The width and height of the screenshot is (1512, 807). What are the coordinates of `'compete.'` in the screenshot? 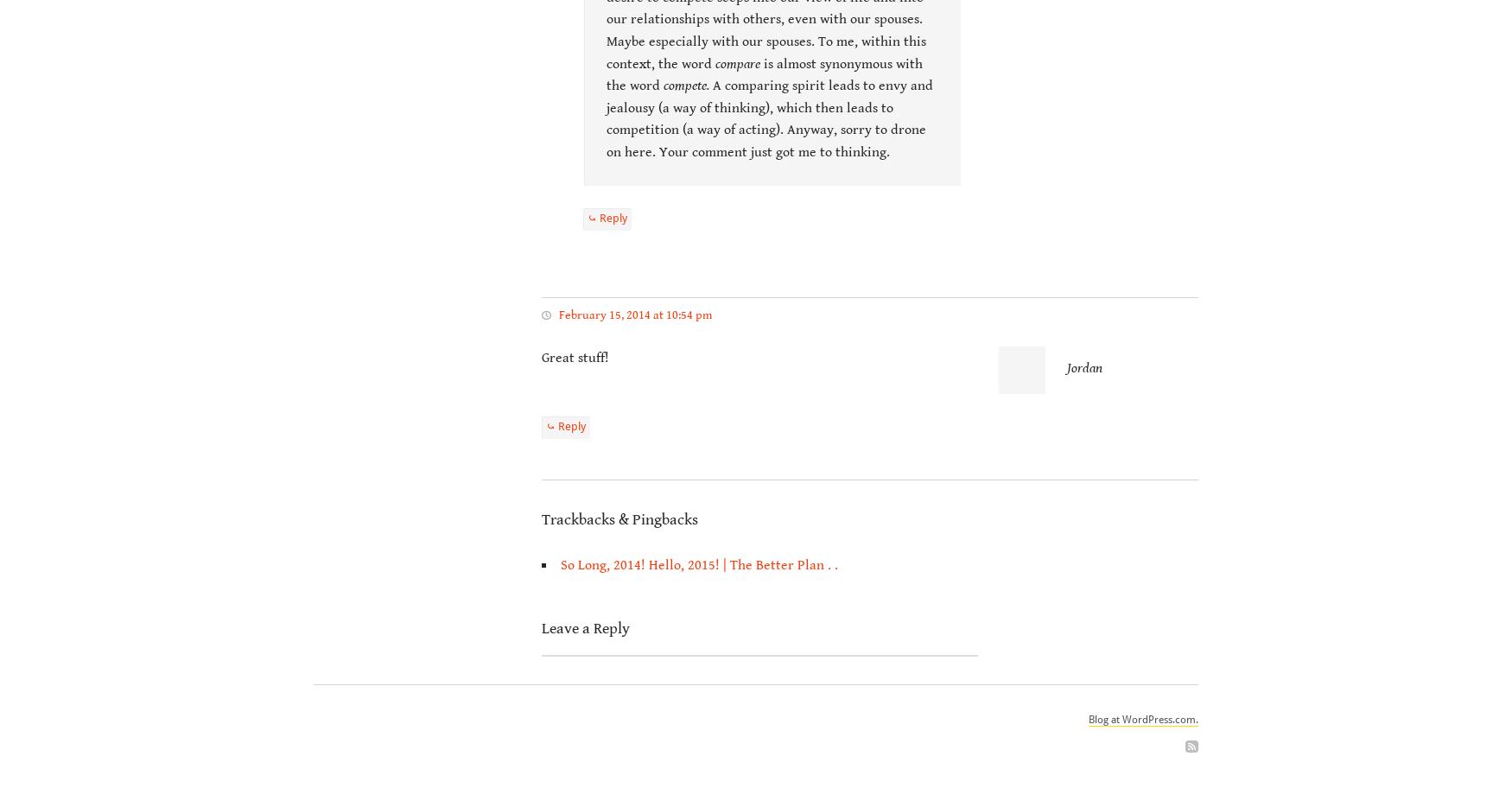 It's located at (684, 85).